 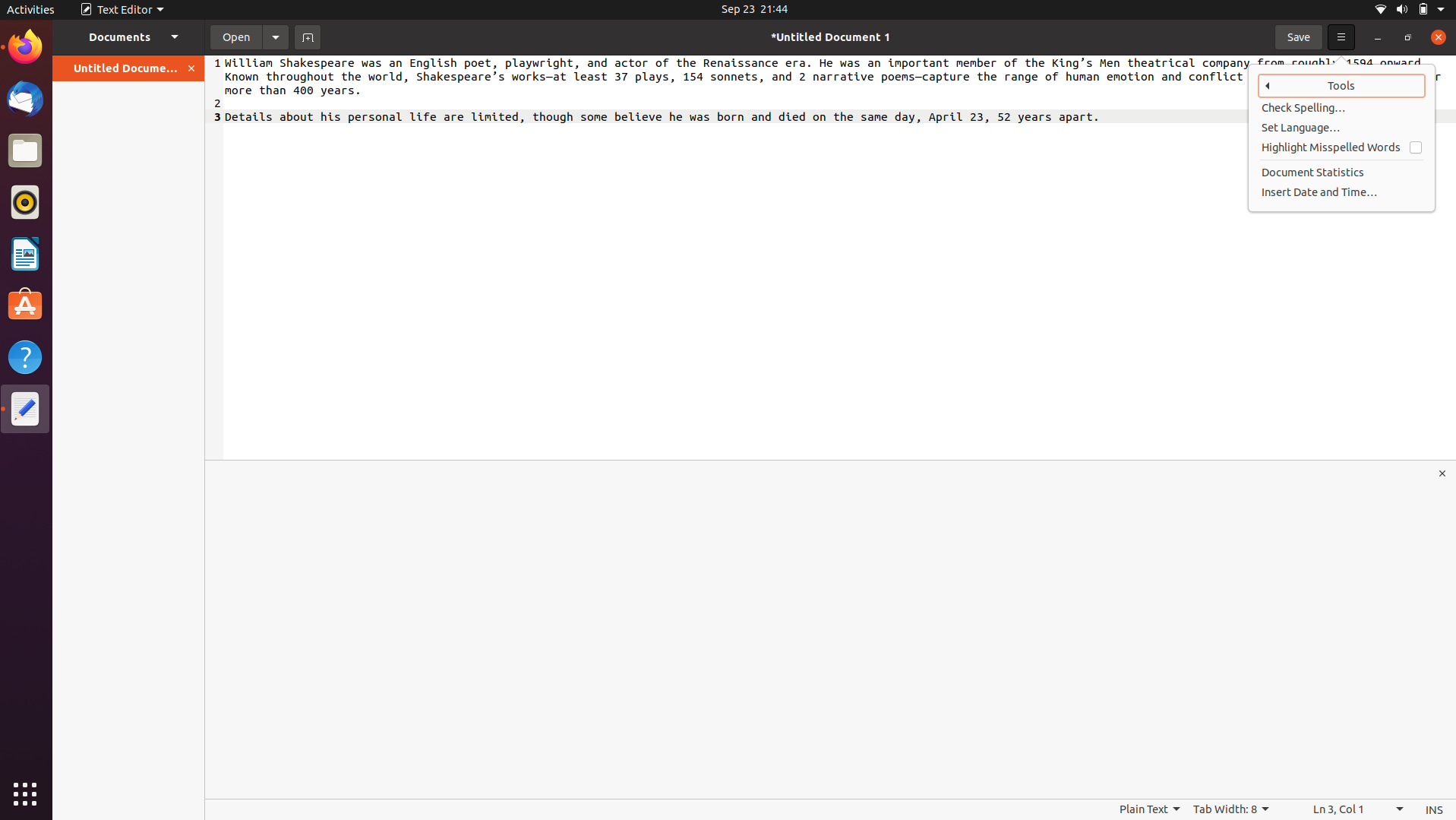 I want to click on Activate the document options menu, so click(x=275, y=36).